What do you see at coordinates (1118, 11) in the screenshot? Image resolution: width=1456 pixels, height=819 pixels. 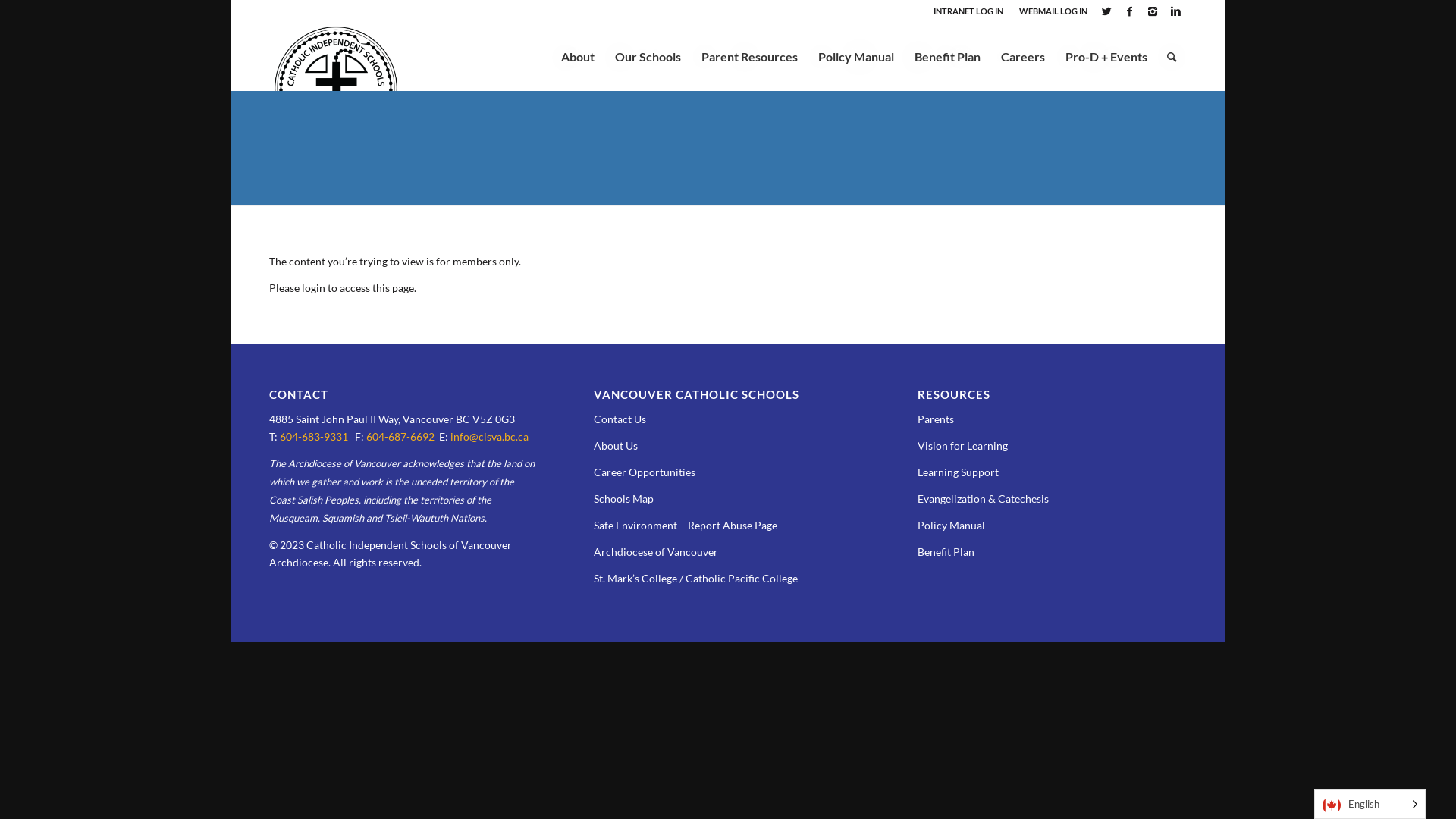 I see `'Facebook'` at bounding box center [1118, 11].